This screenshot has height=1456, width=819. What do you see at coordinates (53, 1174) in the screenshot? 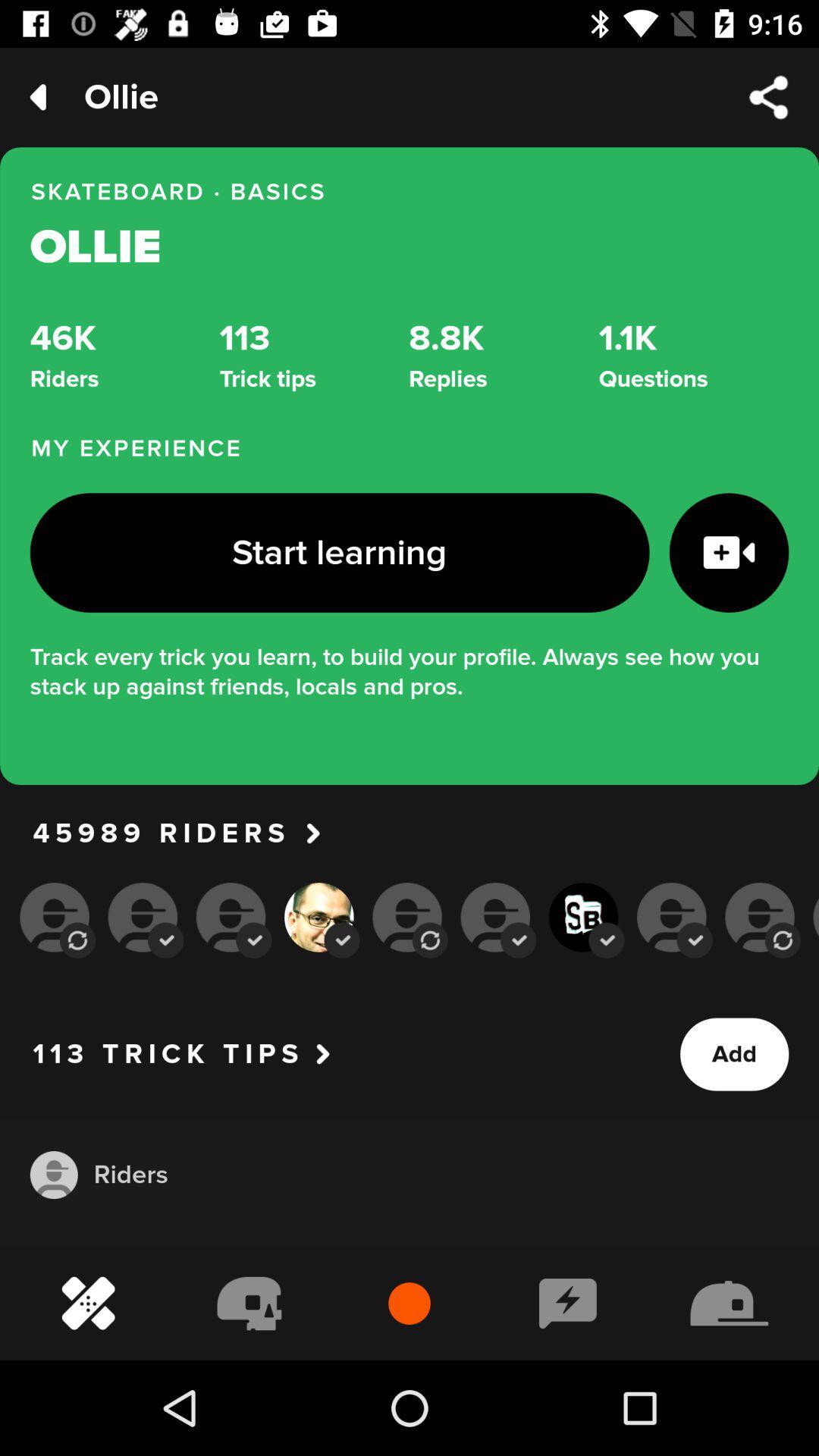
I see `the avatar icon` at bounding box center [53, 1174].